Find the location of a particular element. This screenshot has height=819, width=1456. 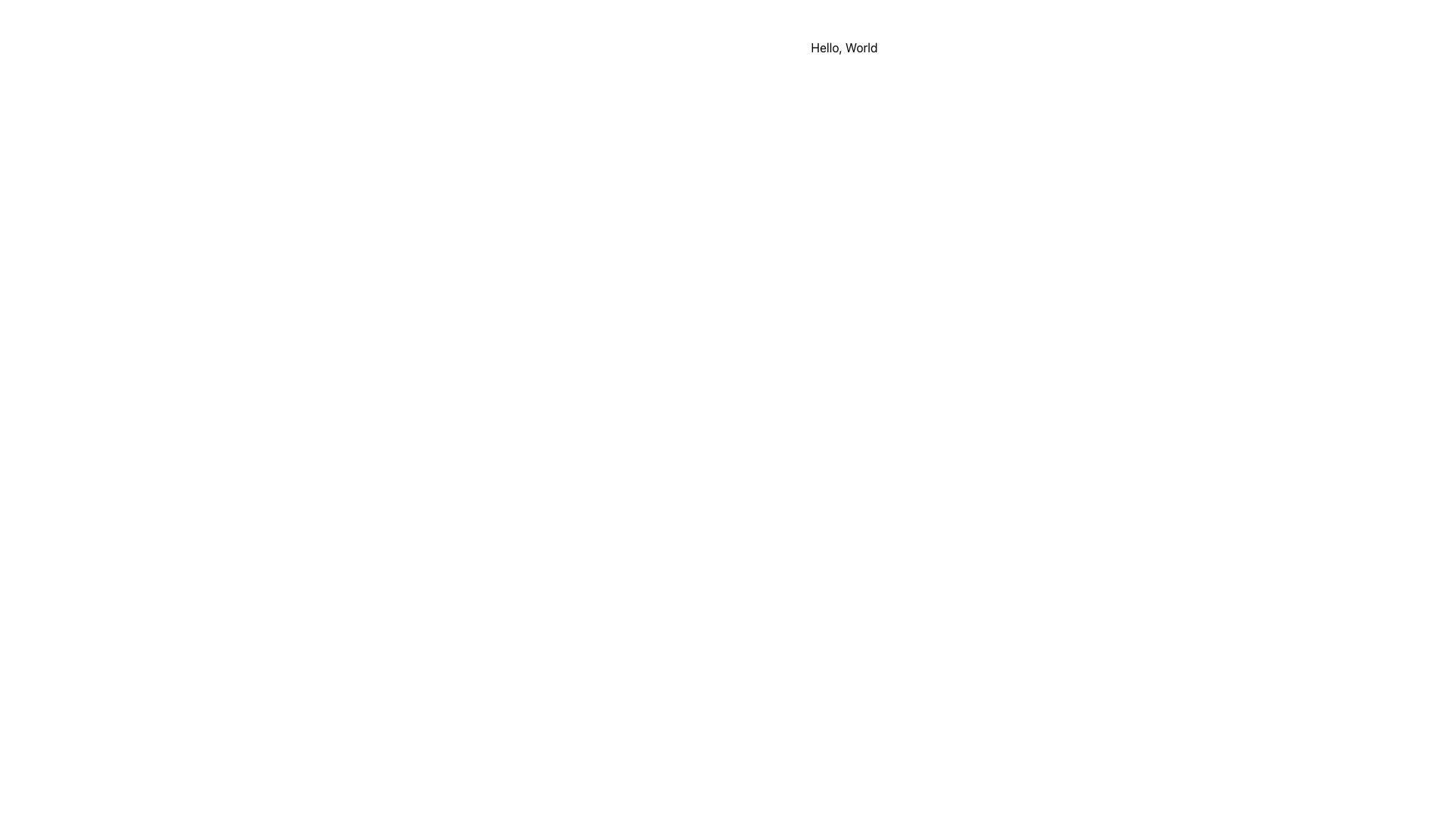

the Static text display that shows 'Hello, World' in black font on a white background, located near the top of the interface is located at coordinates (843, 46).